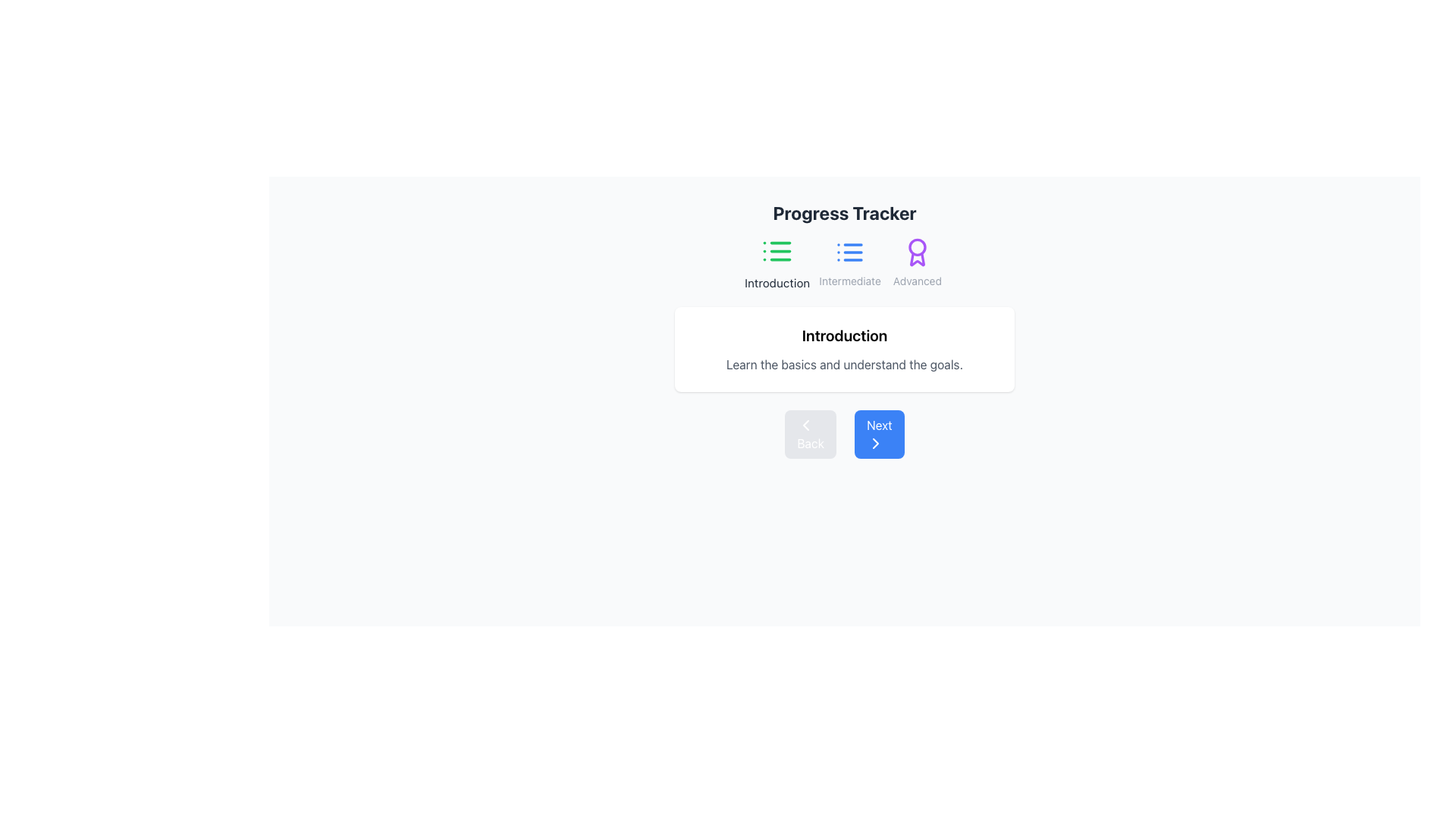  Describe the element at coordinates (916, 281) in the screenshot. I see `the text label that describes the section associated with the purple ribbon above it` at that location.